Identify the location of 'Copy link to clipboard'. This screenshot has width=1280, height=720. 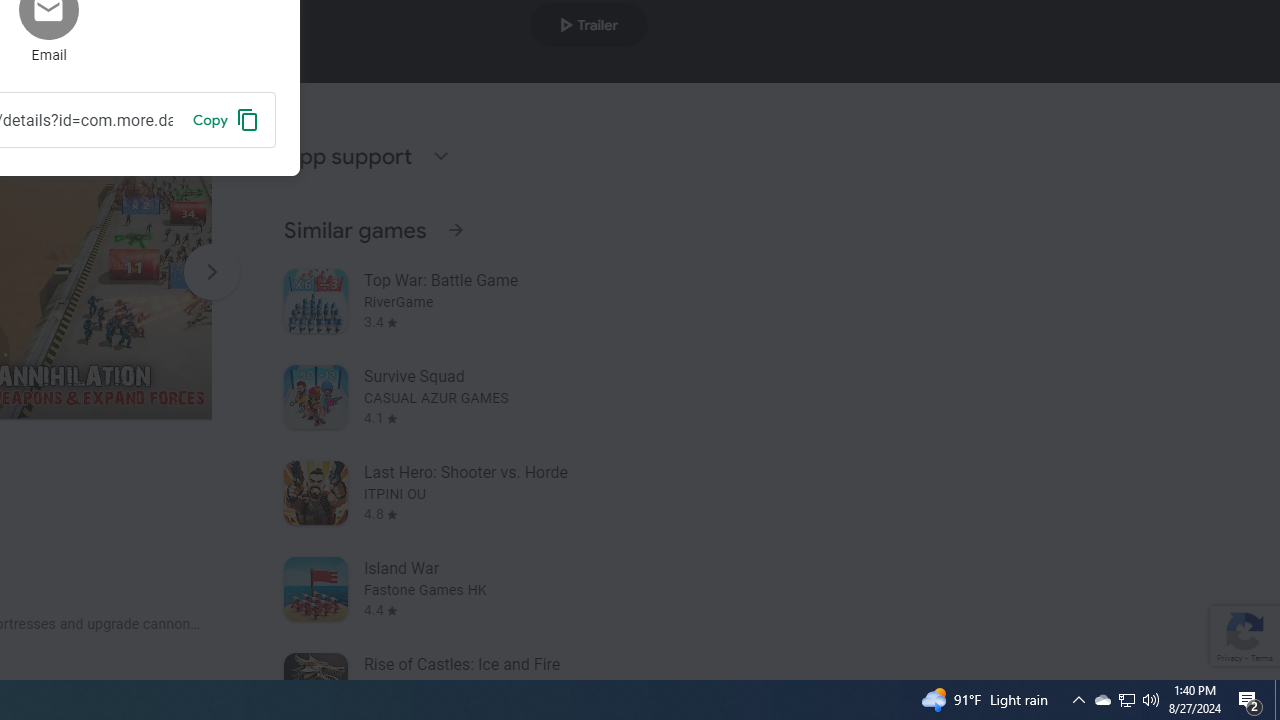
(225, 119).